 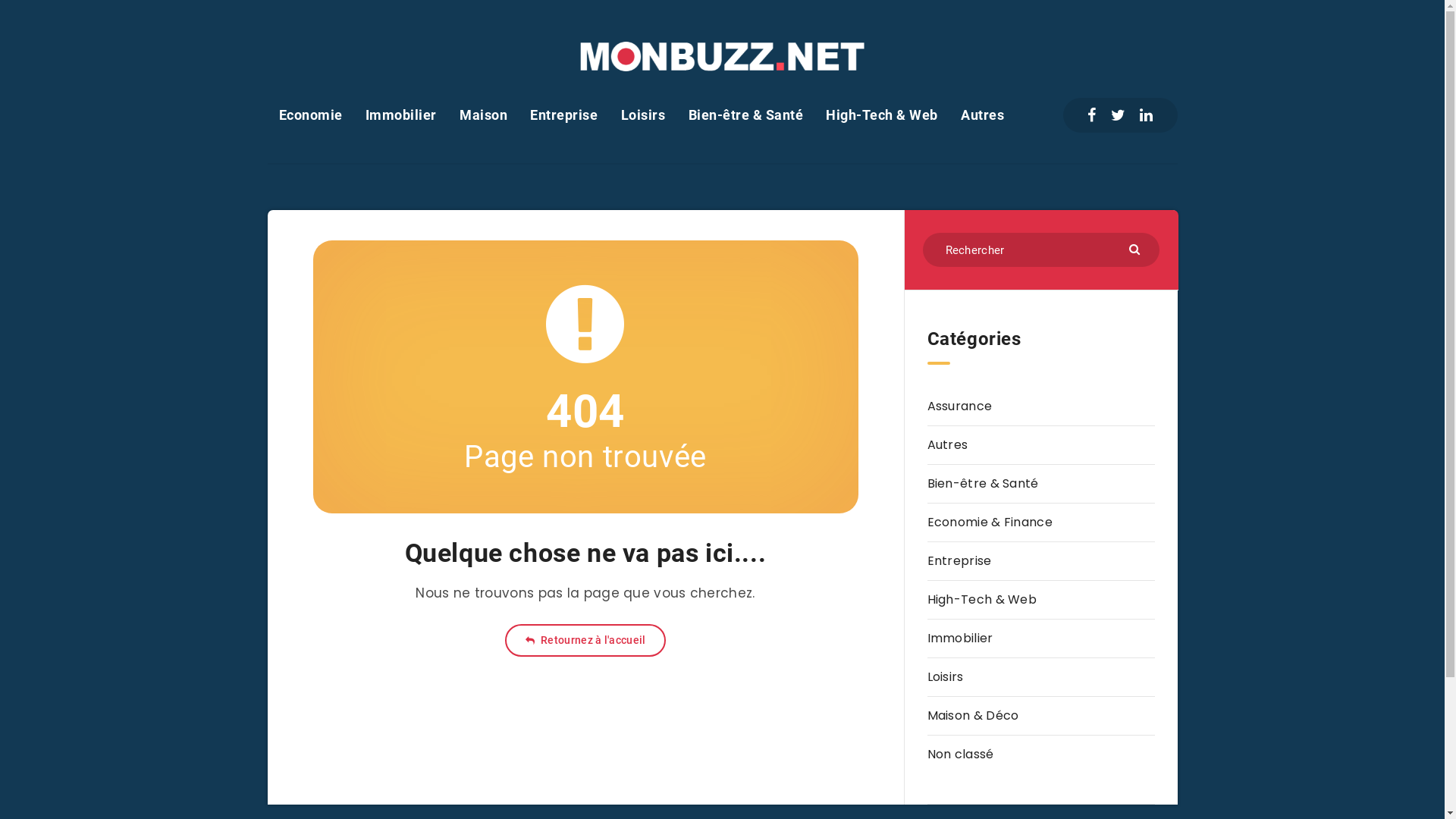 I want to click on 'Assurance', so click(x=926, y=406).